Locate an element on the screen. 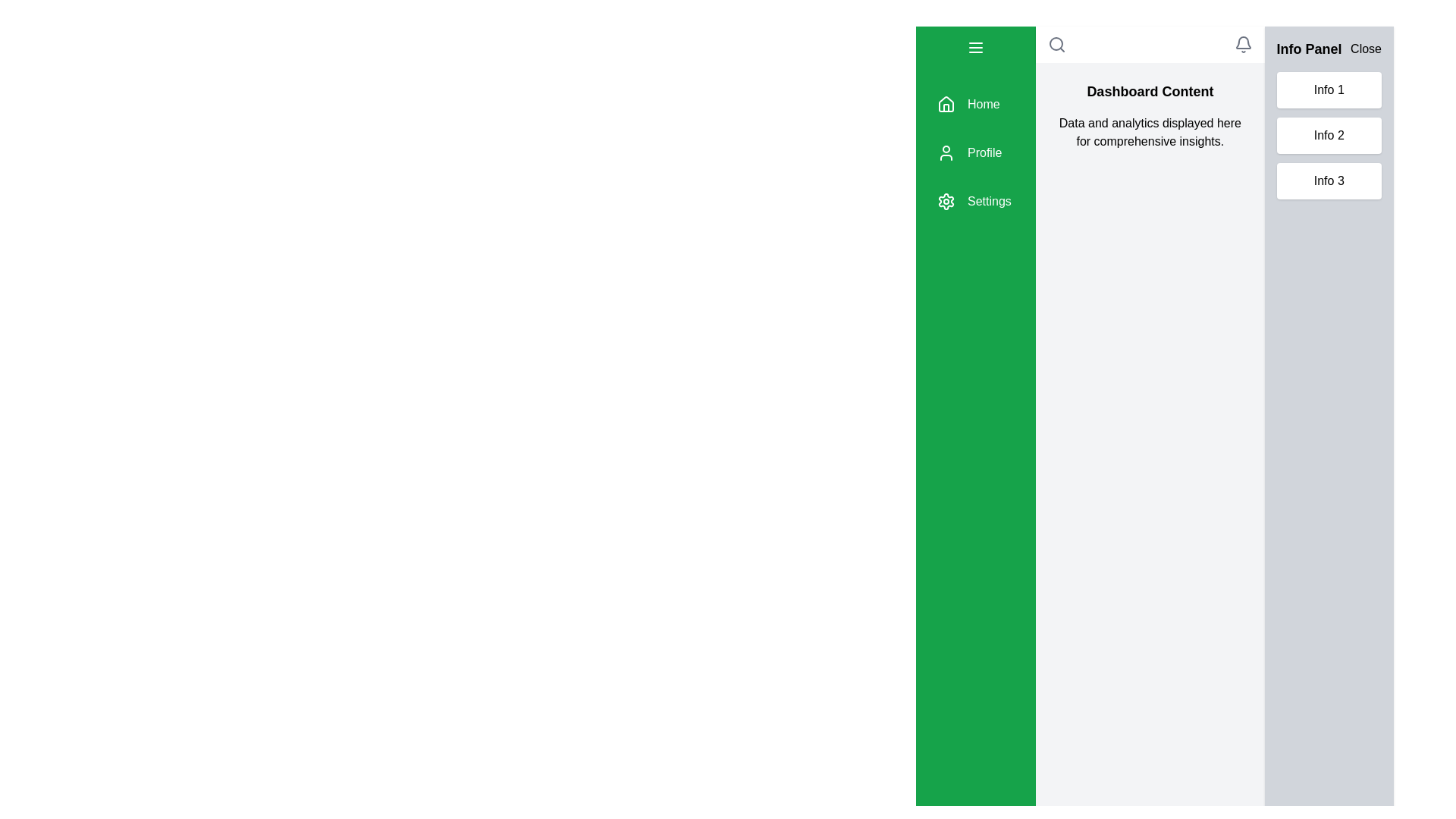 The height and width of the screenshot is (819, 1456). the bell icon located at the top-right corner of the white header bar is located at coordinates (1243, 43).